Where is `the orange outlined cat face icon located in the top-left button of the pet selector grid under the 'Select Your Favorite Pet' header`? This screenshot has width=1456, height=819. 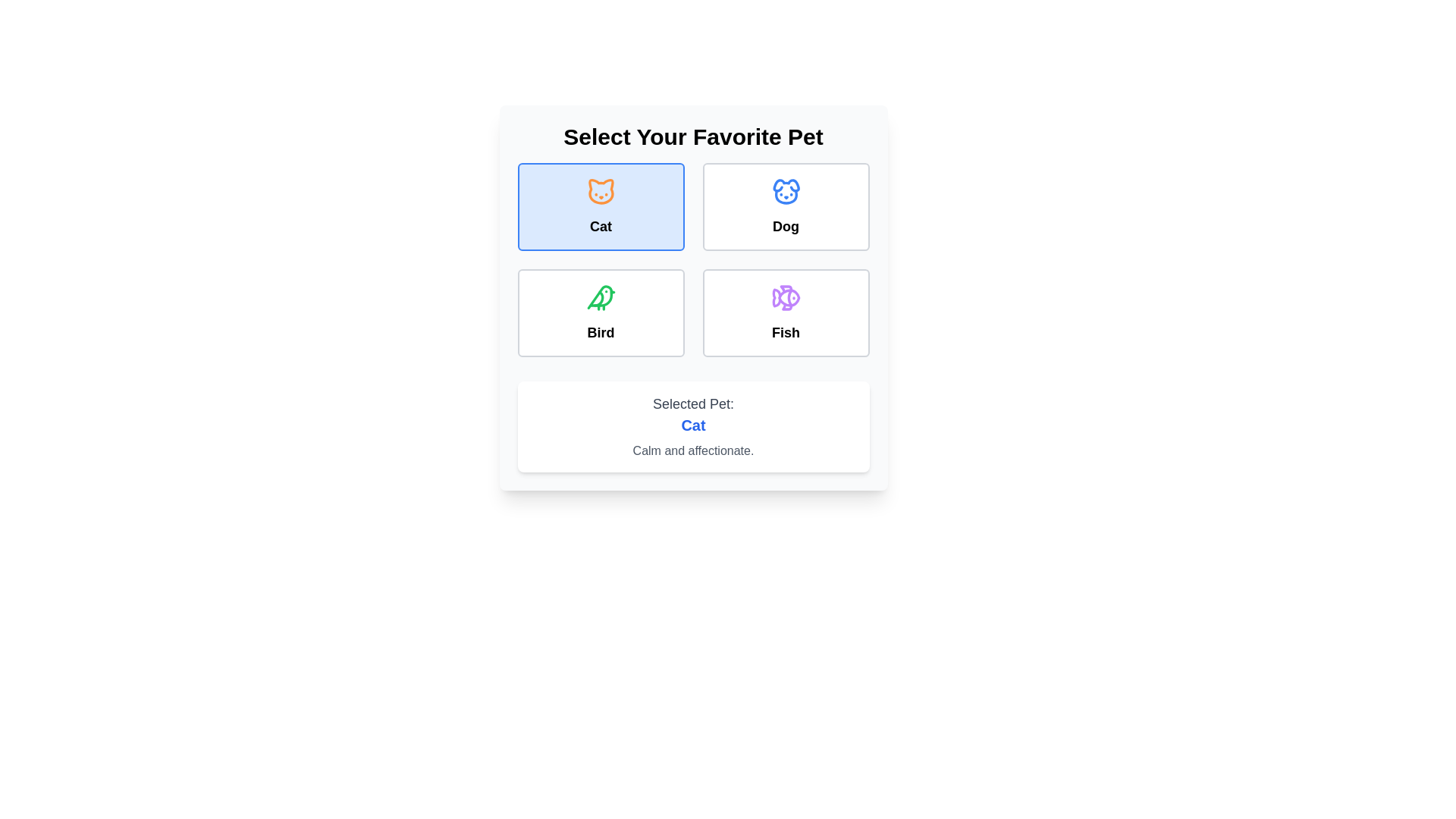
the orange outlined cat face icon located in the top-left button of the pet selector grid under the 'Select Your Favorite Pet' header is located at coordinates (600, 190).